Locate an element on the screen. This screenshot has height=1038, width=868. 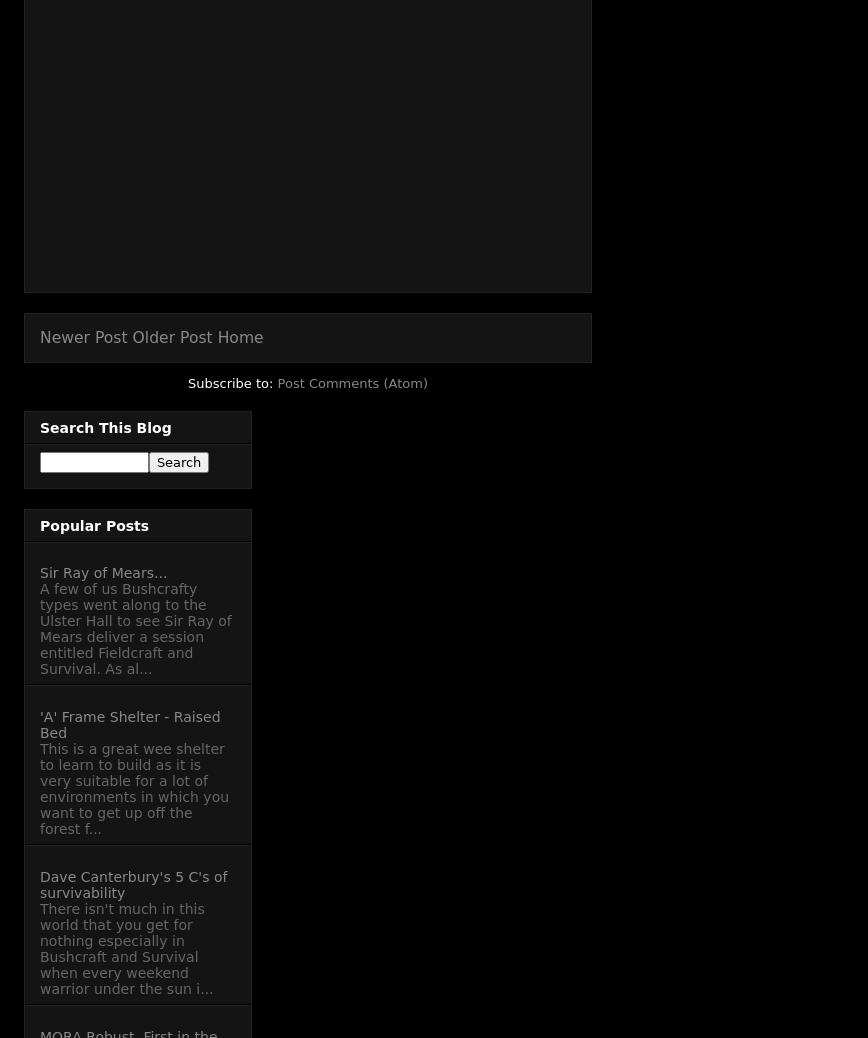
'Dave Canterbury's 5 C's of survivability' is located at coordinates (133, 884).